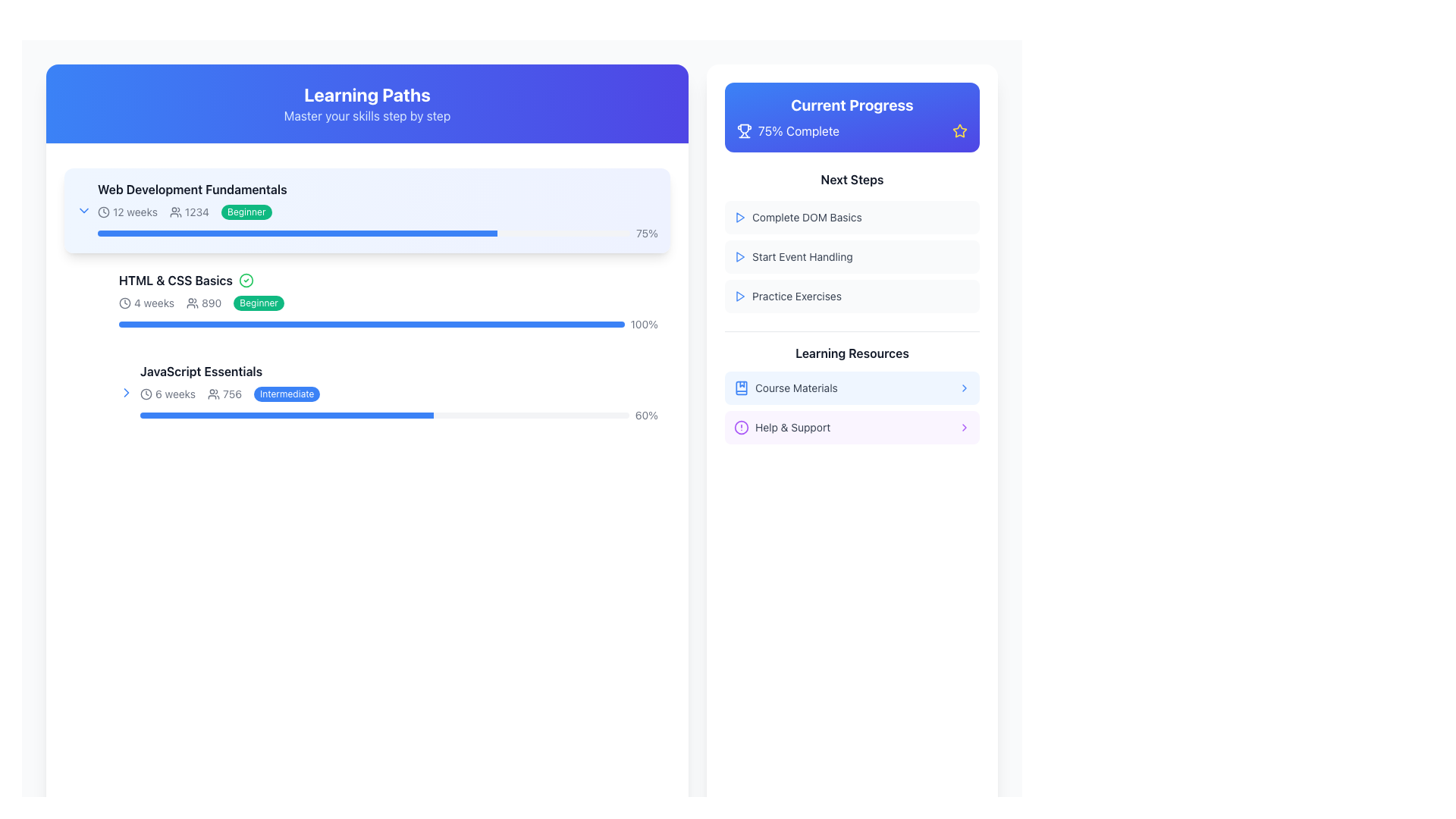 The width and height of the screenshot is (1456, 819). What do you see at coordinates (852, 427) in the screenshot?
I see `the 'Help & Support' button, which is the second item under 'Learning Resources' in the 'Current Progress' panel` at bounding box center [852, 427].